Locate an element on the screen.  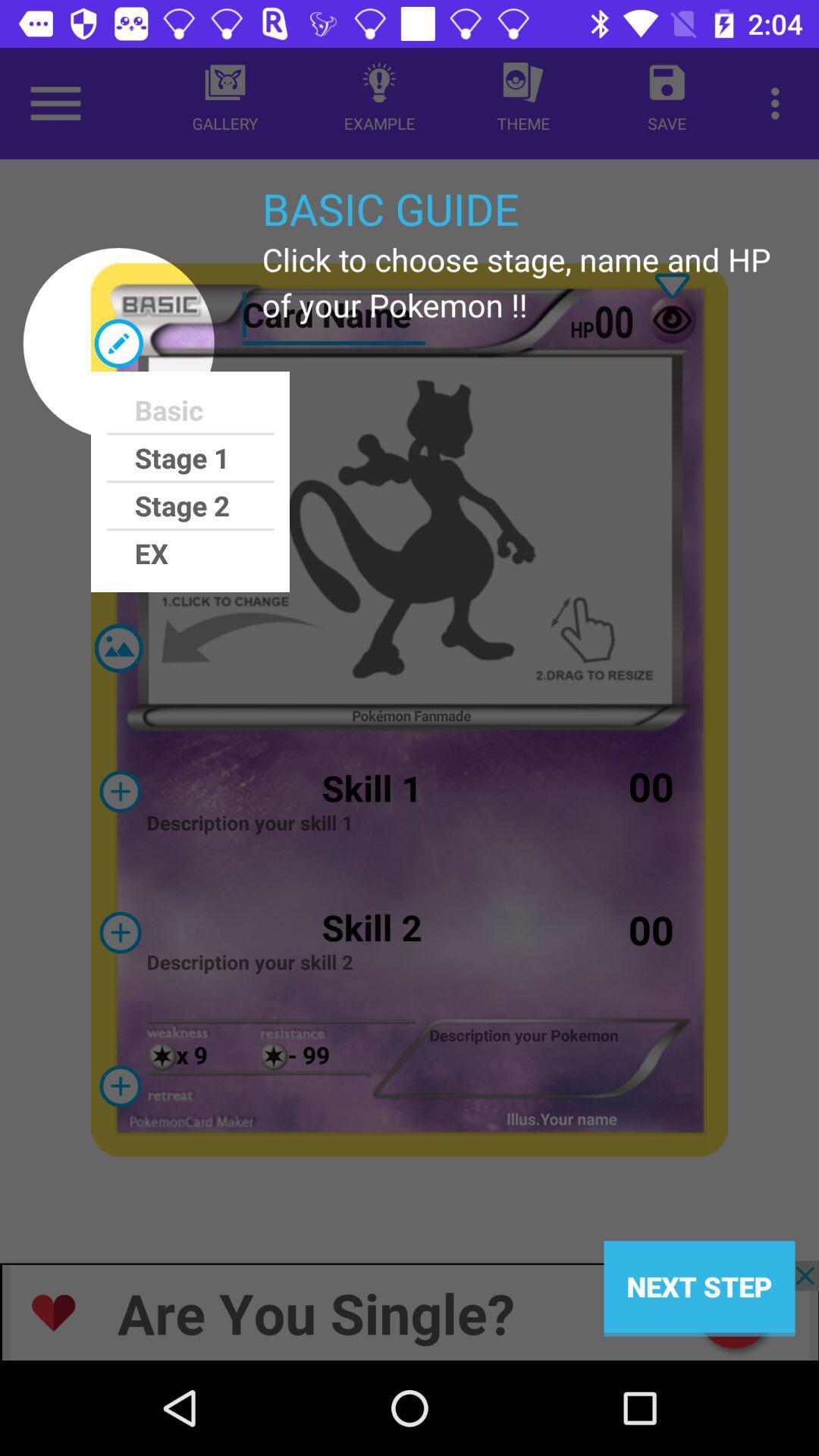
the edit icon is located at coordinates (118, 342).